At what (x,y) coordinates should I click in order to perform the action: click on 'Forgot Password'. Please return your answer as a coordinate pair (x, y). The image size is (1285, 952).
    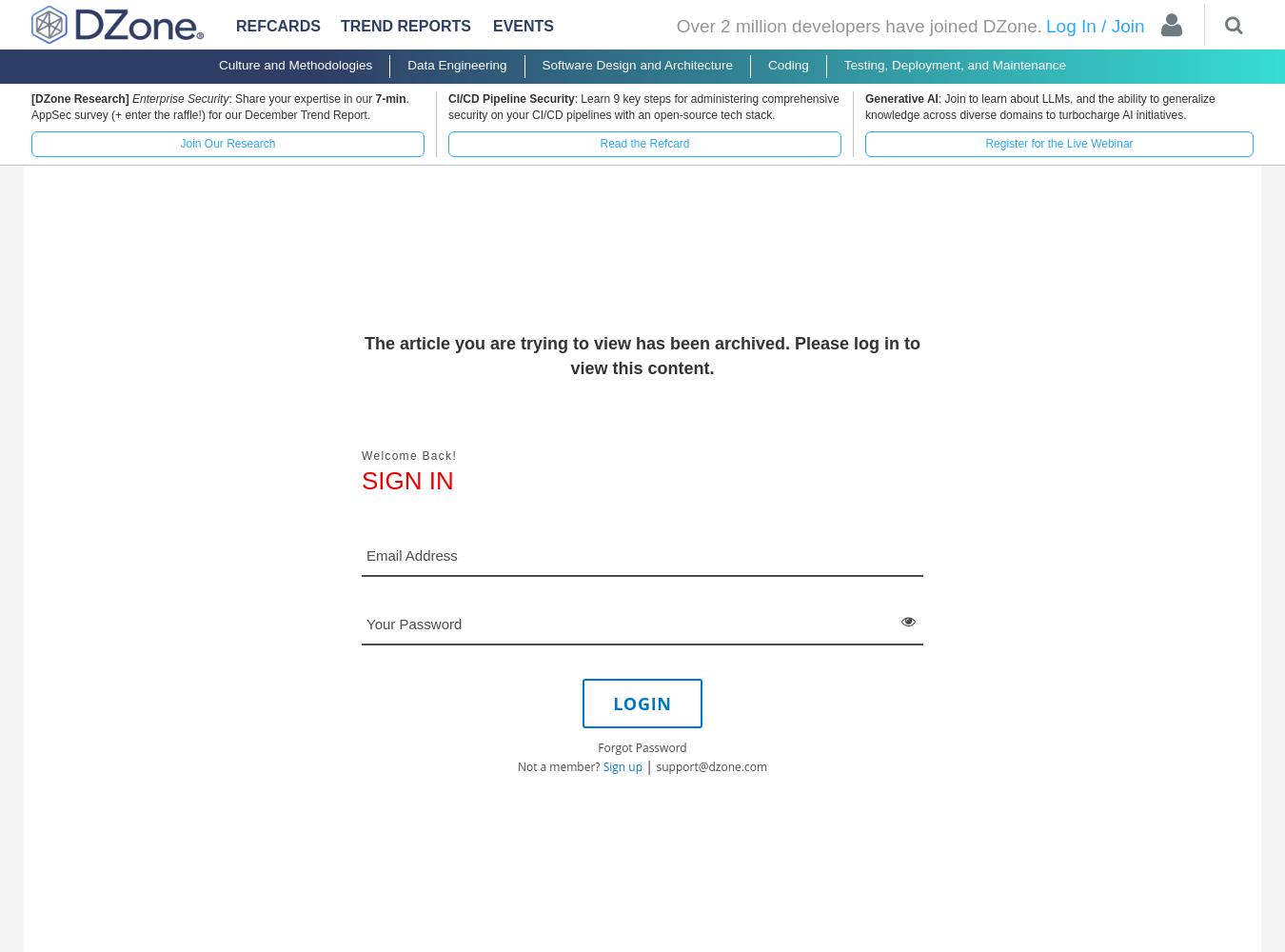
    Looking at the image, I should click on (598, 746).